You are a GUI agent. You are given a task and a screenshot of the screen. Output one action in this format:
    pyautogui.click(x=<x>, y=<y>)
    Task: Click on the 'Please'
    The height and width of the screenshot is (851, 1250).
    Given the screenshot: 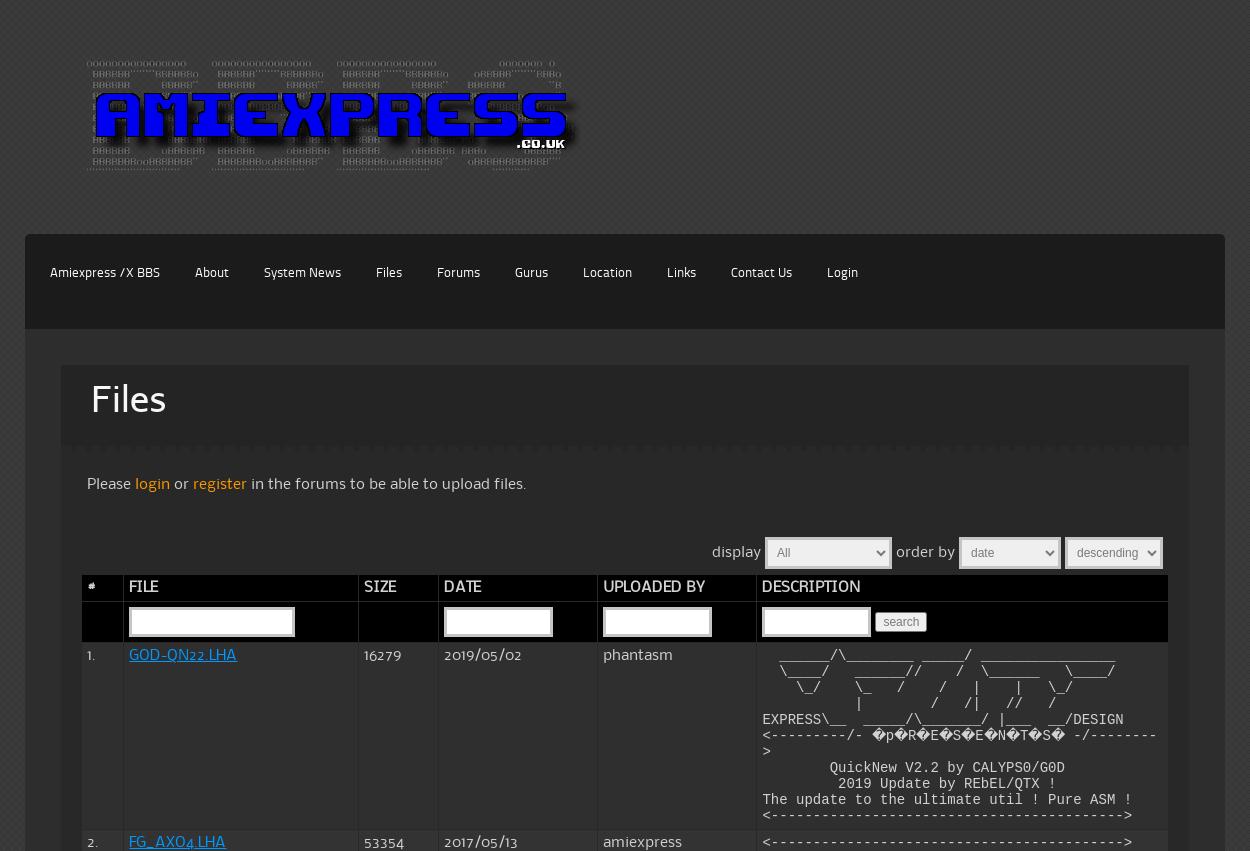 What is the action you would take?
    pyautogui.click(x=110, y=482)
    